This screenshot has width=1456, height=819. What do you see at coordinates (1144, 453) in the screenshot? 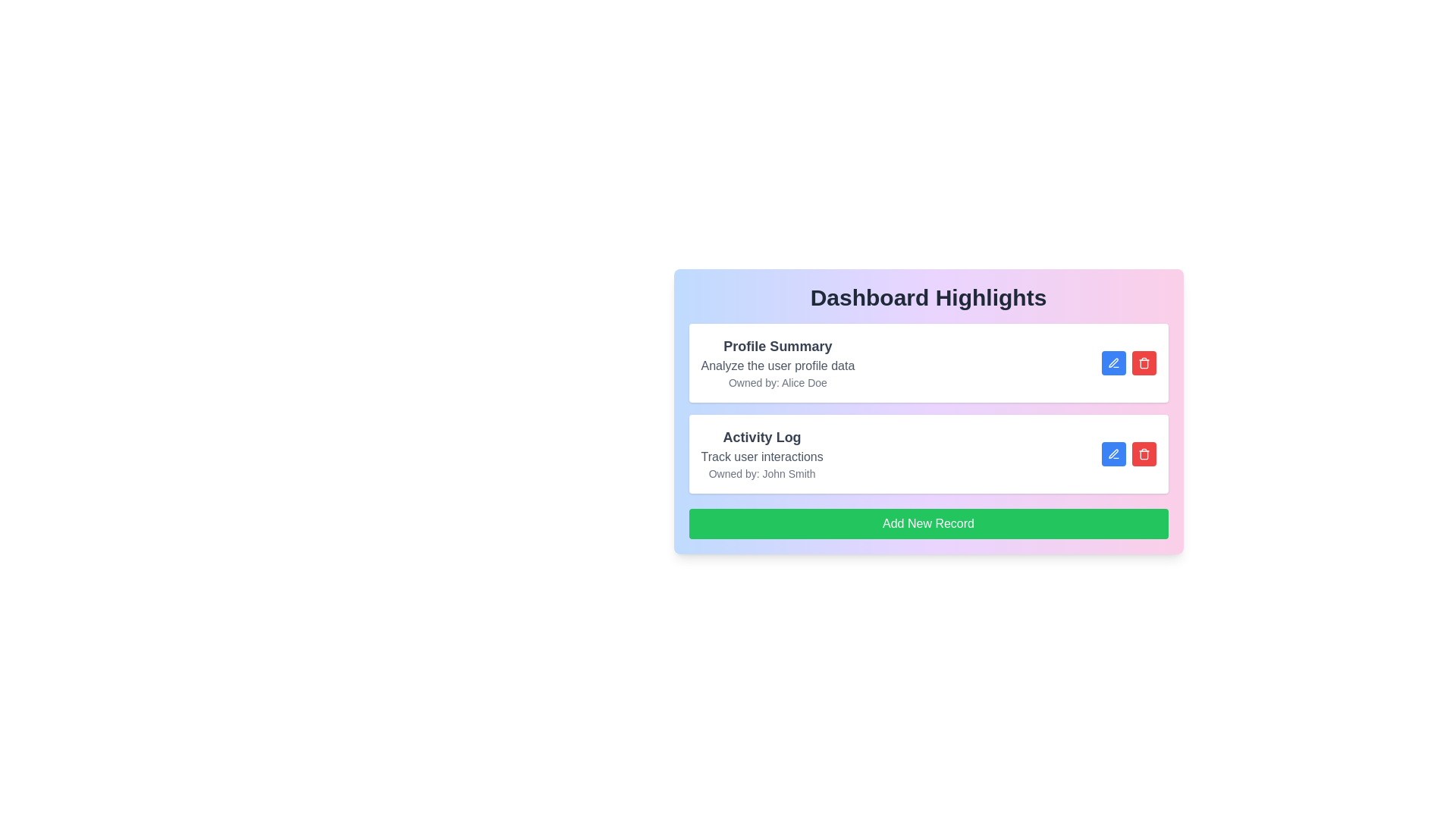
I see `the trash can icon embedded within the clickable button` at bounding box center [1144, 453].